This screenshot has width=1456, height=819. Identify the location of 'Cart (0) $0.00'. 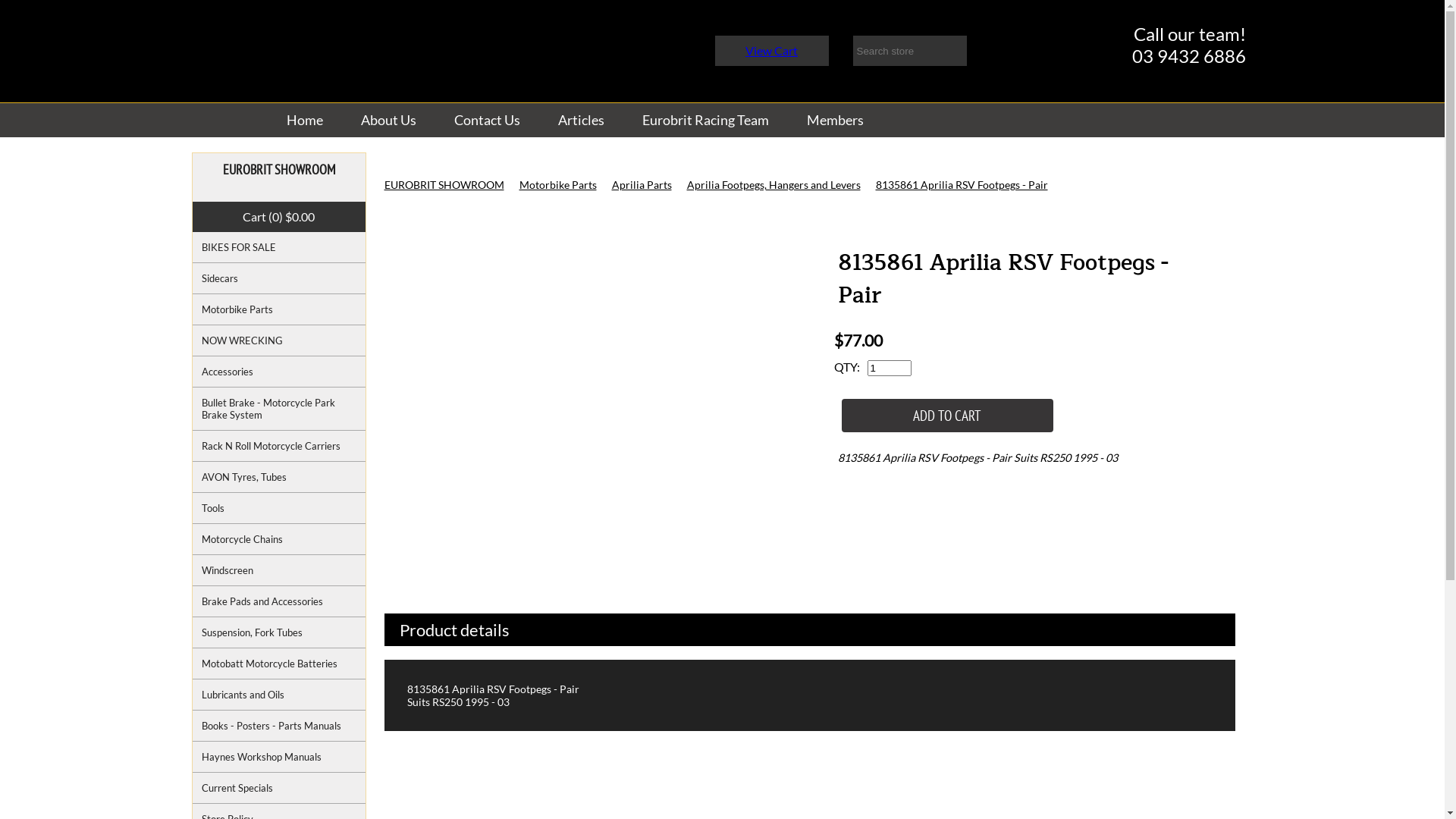
(192, 216).